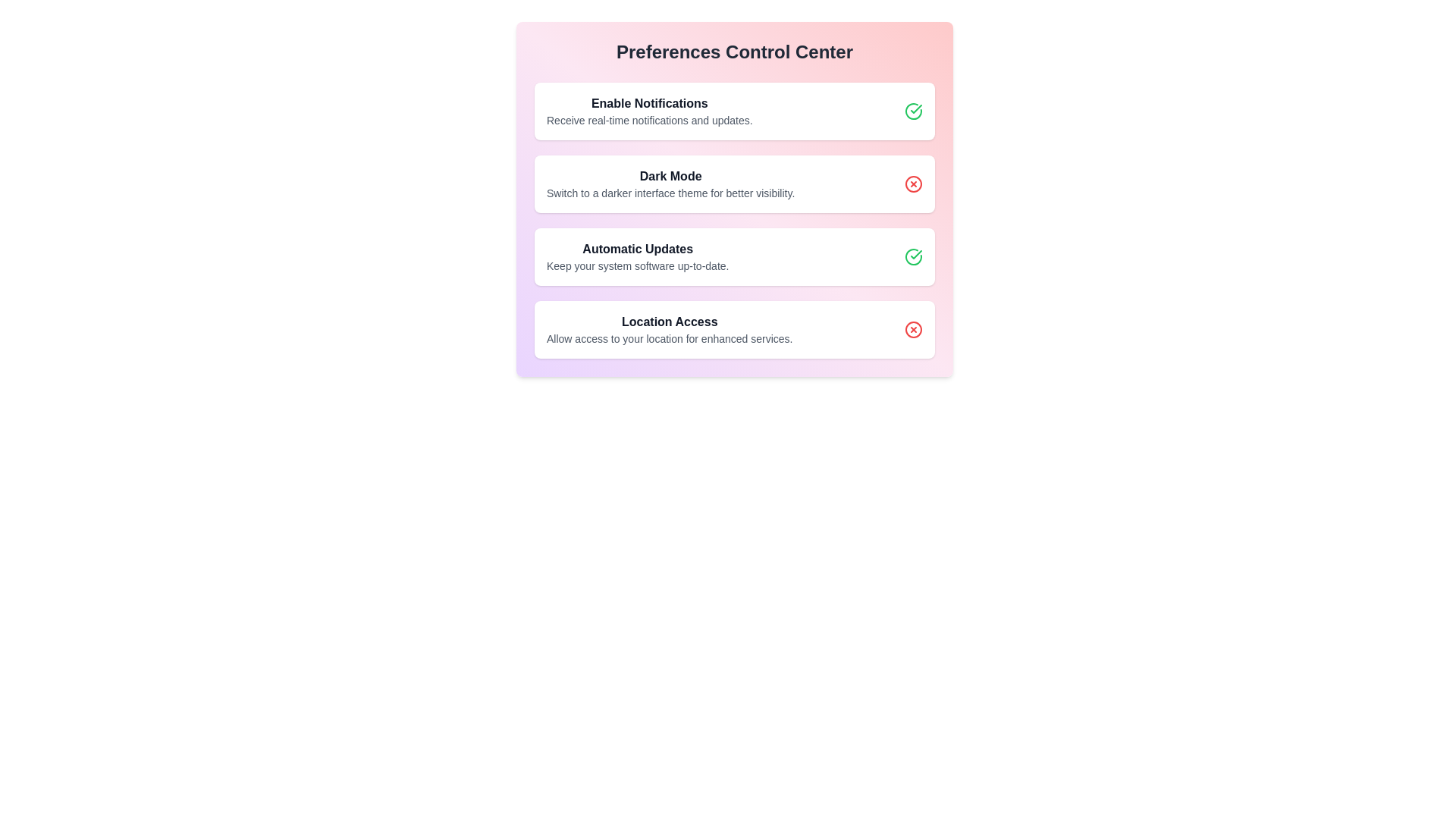  What do you see at coordinates (912, 110) in the screenshot?
I see `the thin green outline circular icon located to the right of the 'Automatic Updates' text in the interface` at bounding box center [912, 110].